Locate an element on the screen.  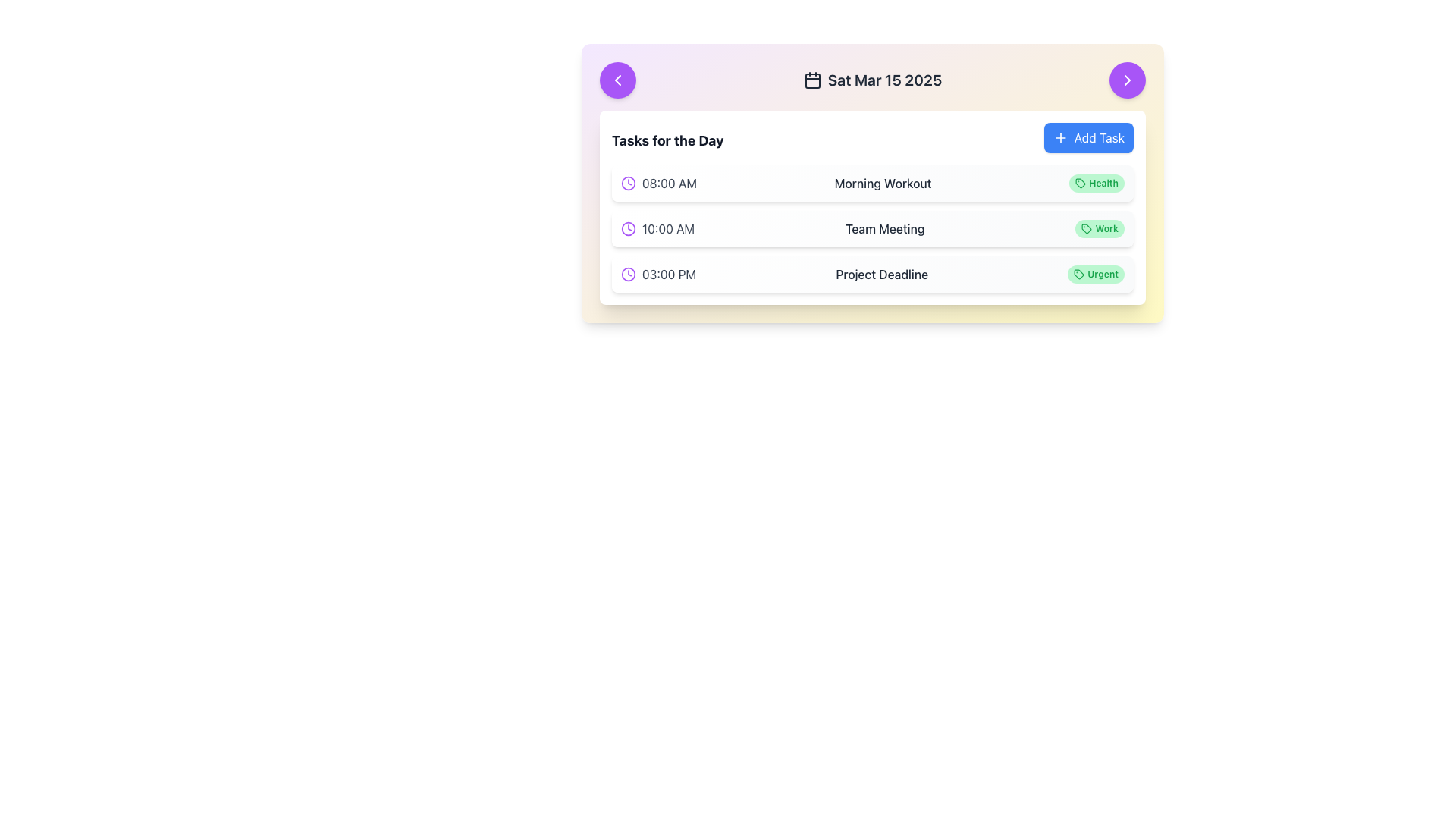
the timestamp '10:00 AM' with a clock icon that has a purple outline, located in the second row of the task list is located at coordinates (657, 228).